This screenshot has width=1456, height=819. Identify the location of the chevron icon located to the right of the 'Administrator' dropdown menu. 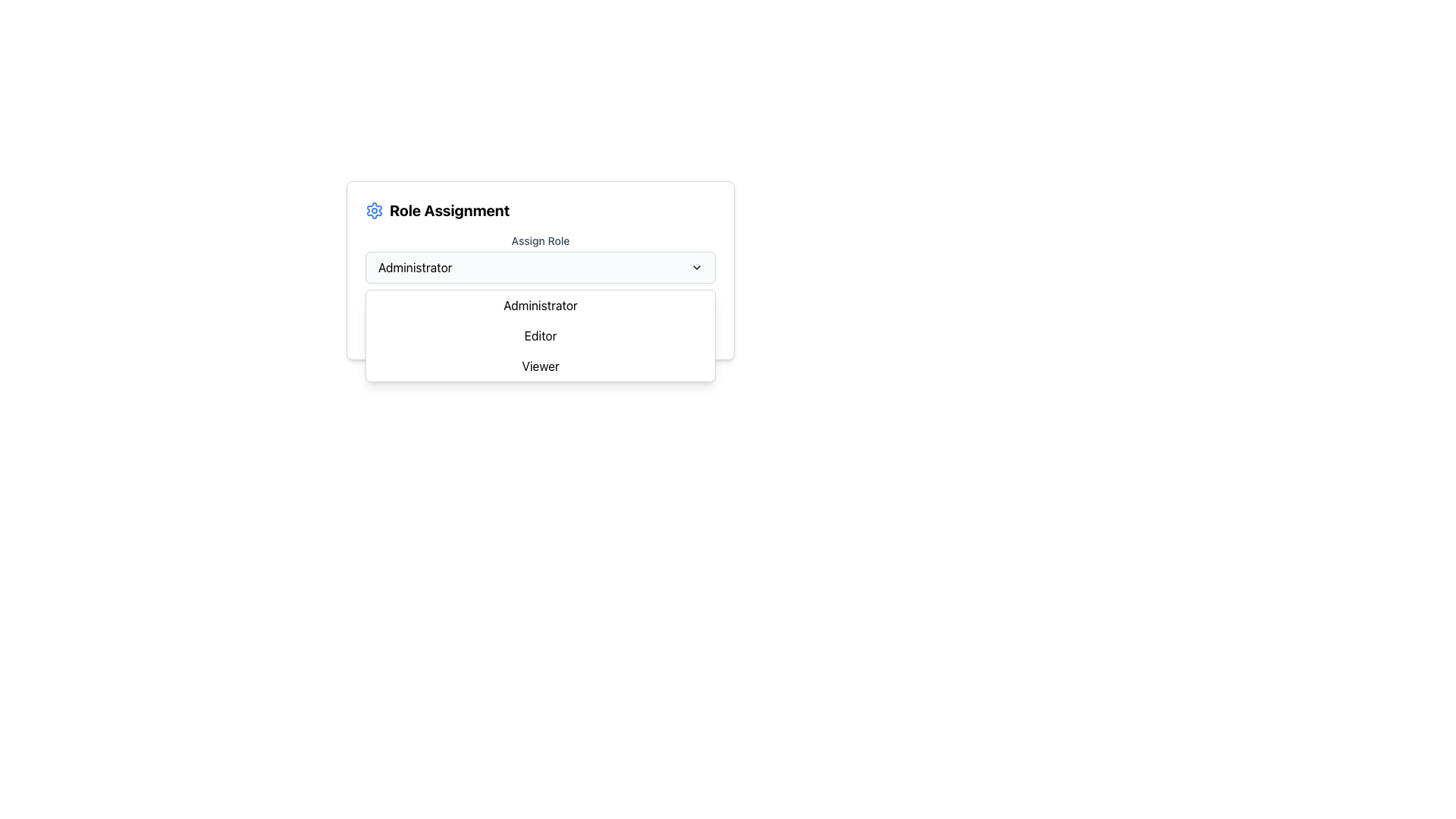
(695, 267).